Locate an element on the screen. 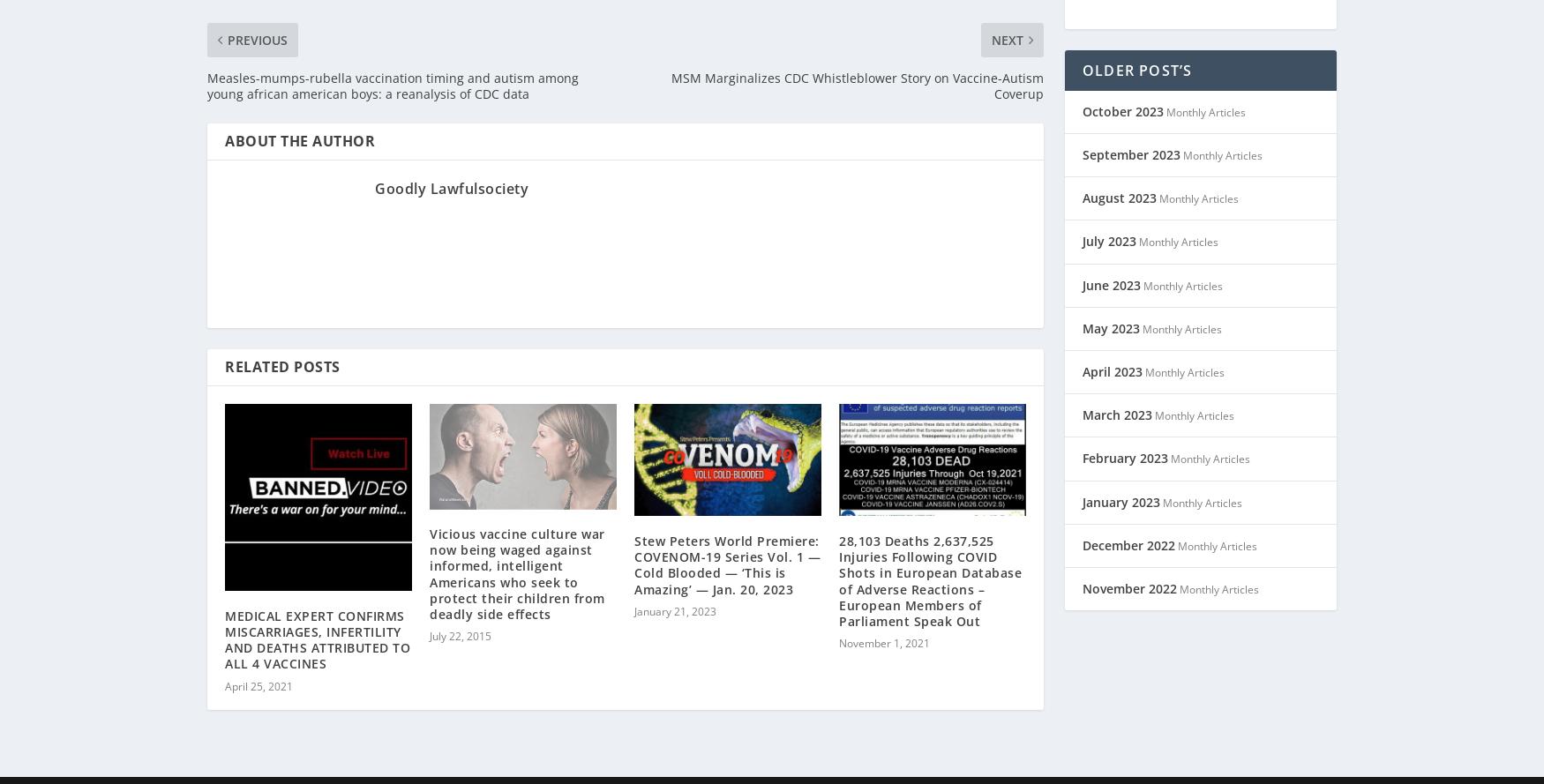 This screenshot has width=1544, height=784. 'About The Author' is located at coordinates (300, 117).